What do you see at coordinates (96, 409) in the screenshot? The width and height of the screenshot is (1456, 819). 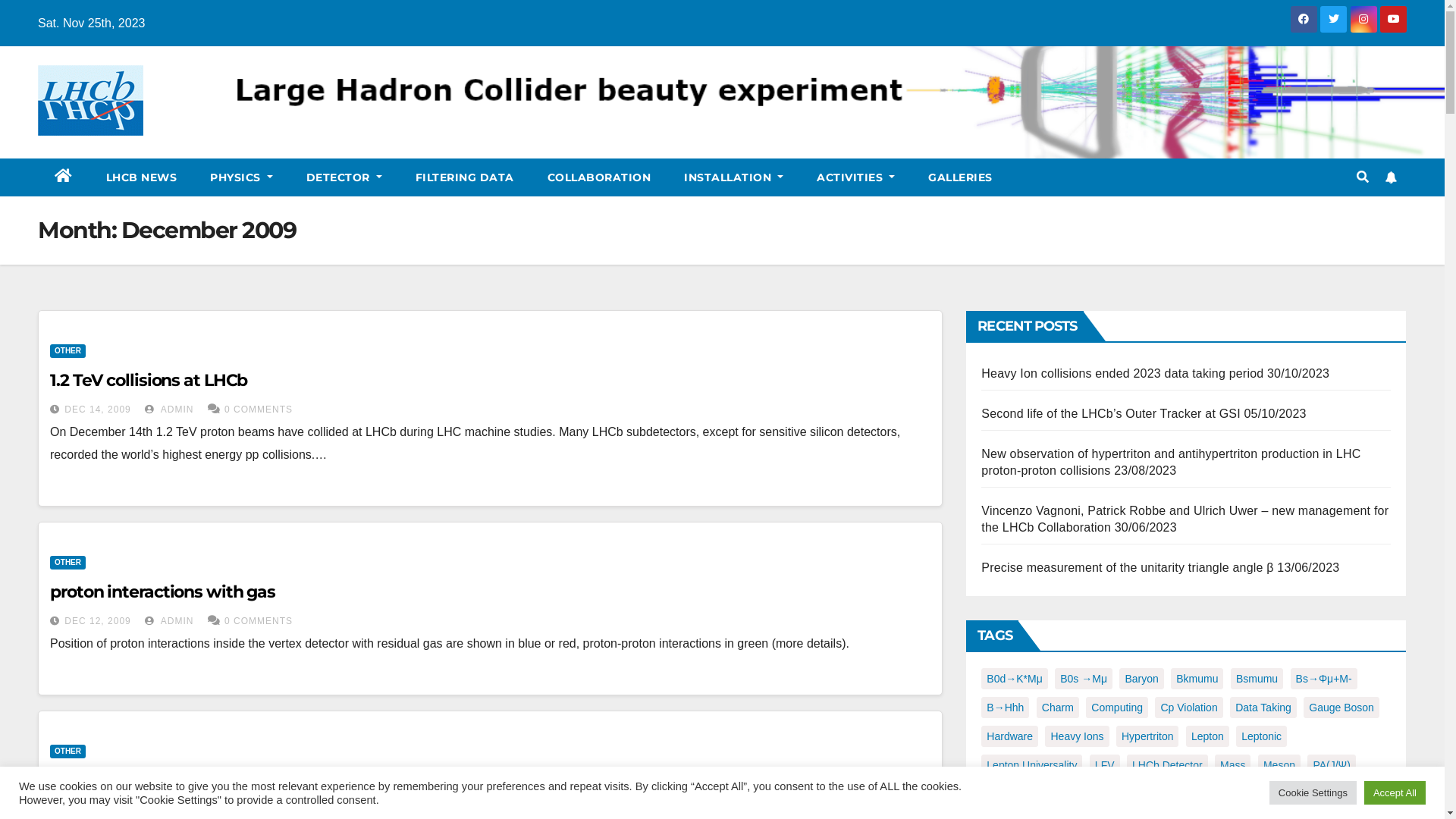 I see `'DEC 14, 2009'` at bounding box center [96, 409].